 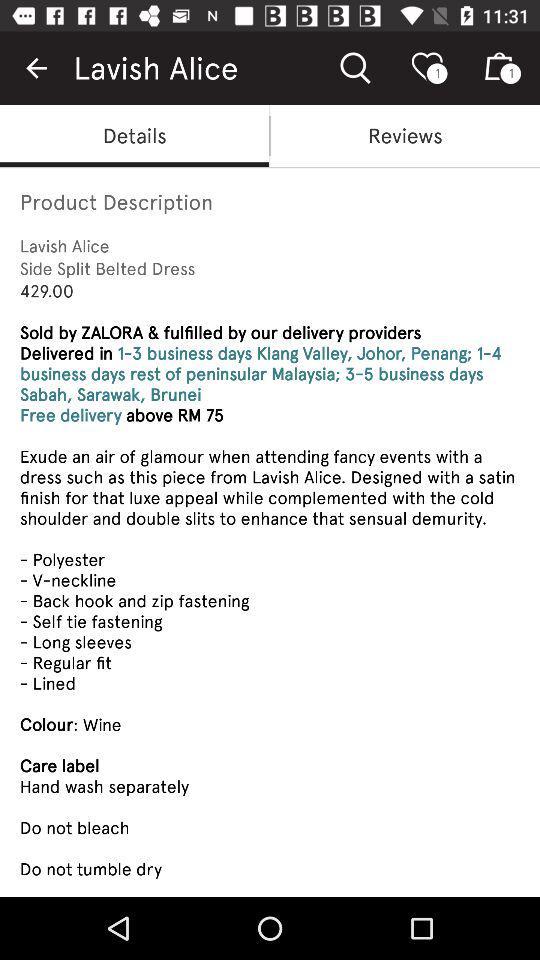 What do you see at coordinates (405, 134) in the screenshot?
I see `reviews` at bounding box center [405, 134].